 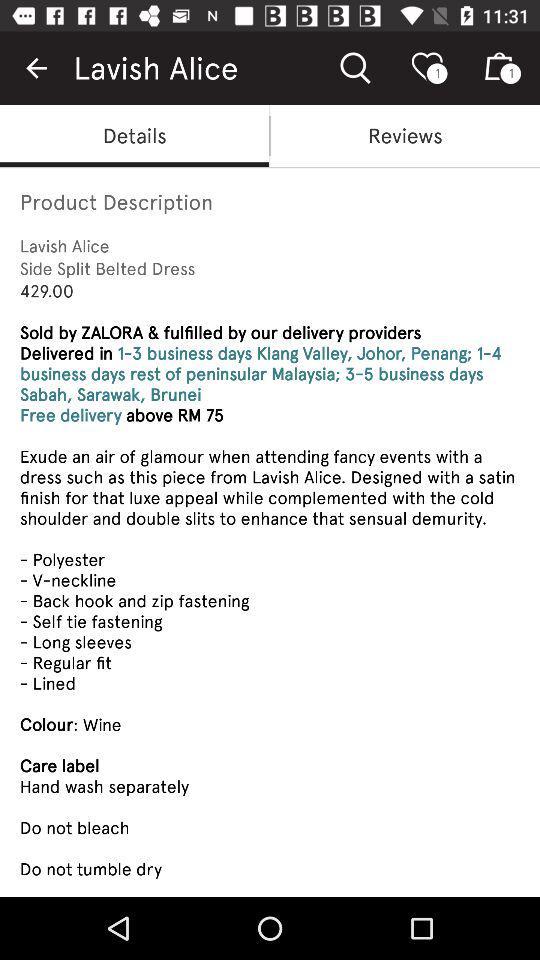 What do you see at coordinates (405, 134) in the screenshot?
I see `reviews` at bounding box center [405, 134].